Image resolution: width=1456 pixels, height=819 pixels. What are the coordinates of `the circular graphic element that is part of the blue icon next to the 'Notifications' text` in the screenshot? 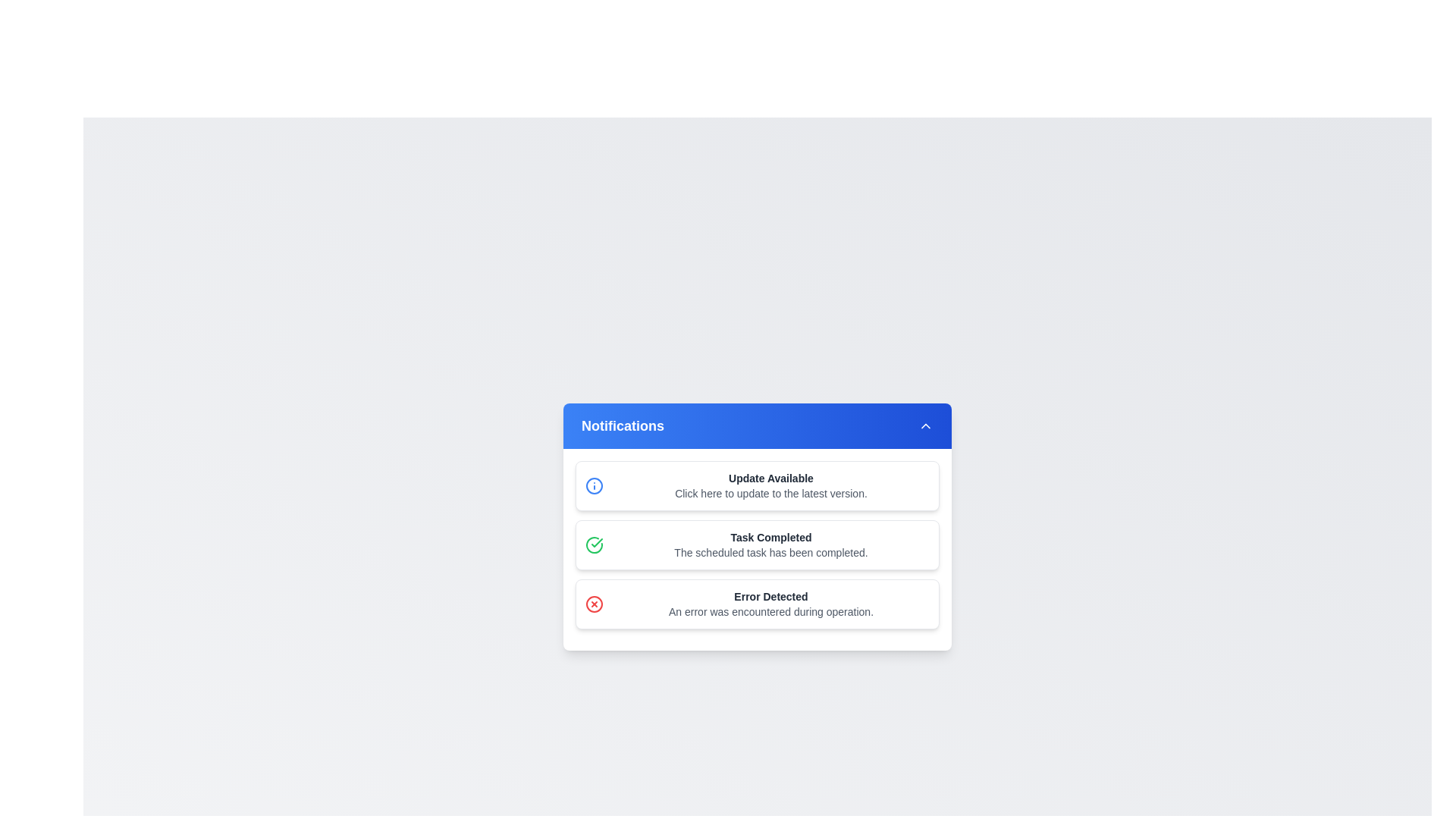 It's located at (593, 485).